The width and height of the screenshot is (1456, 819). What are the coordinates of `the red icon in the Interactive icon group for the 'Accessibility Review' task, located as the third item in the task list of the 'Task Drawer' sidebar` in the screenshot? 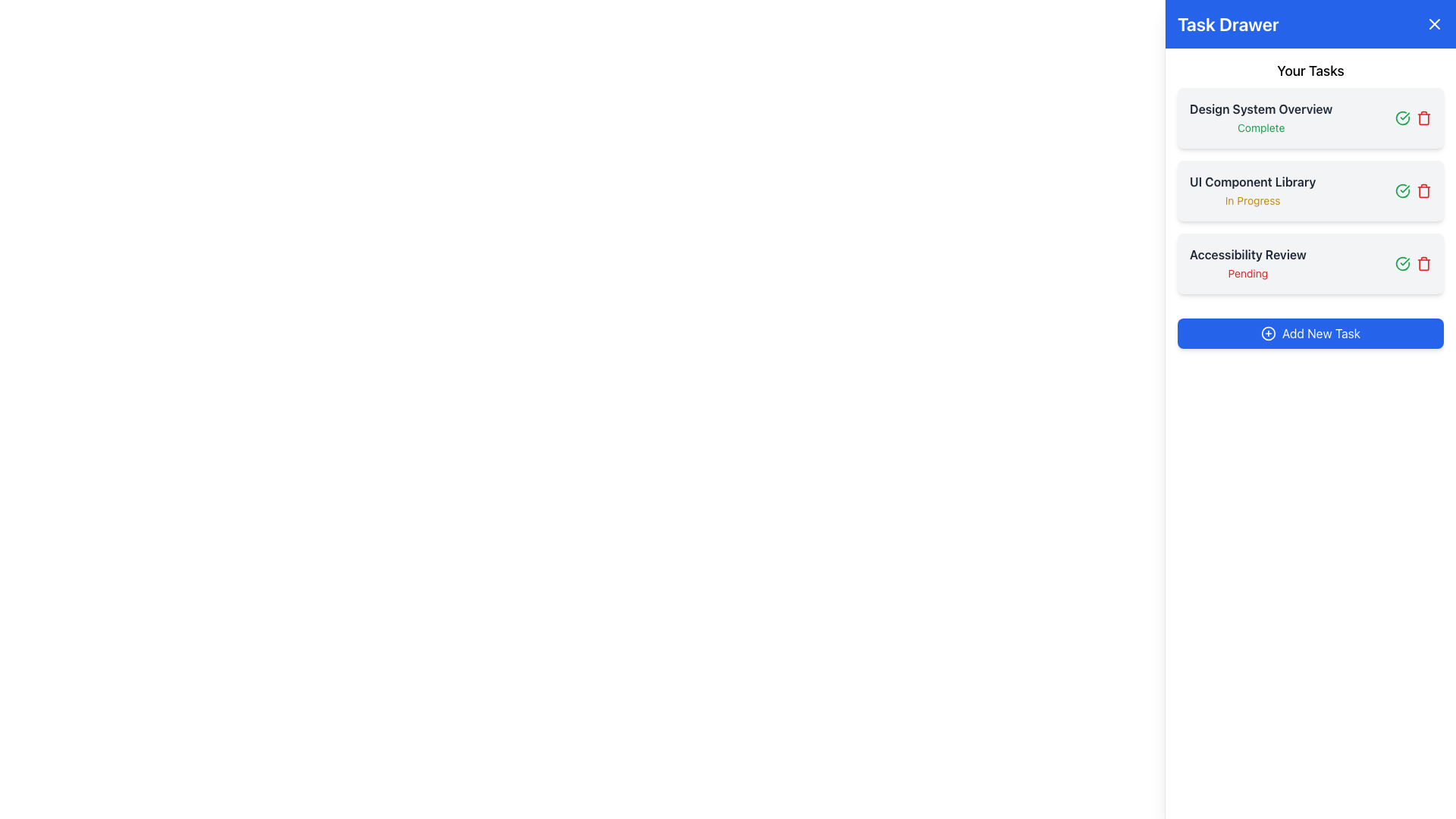 It's located at (1412, 262).